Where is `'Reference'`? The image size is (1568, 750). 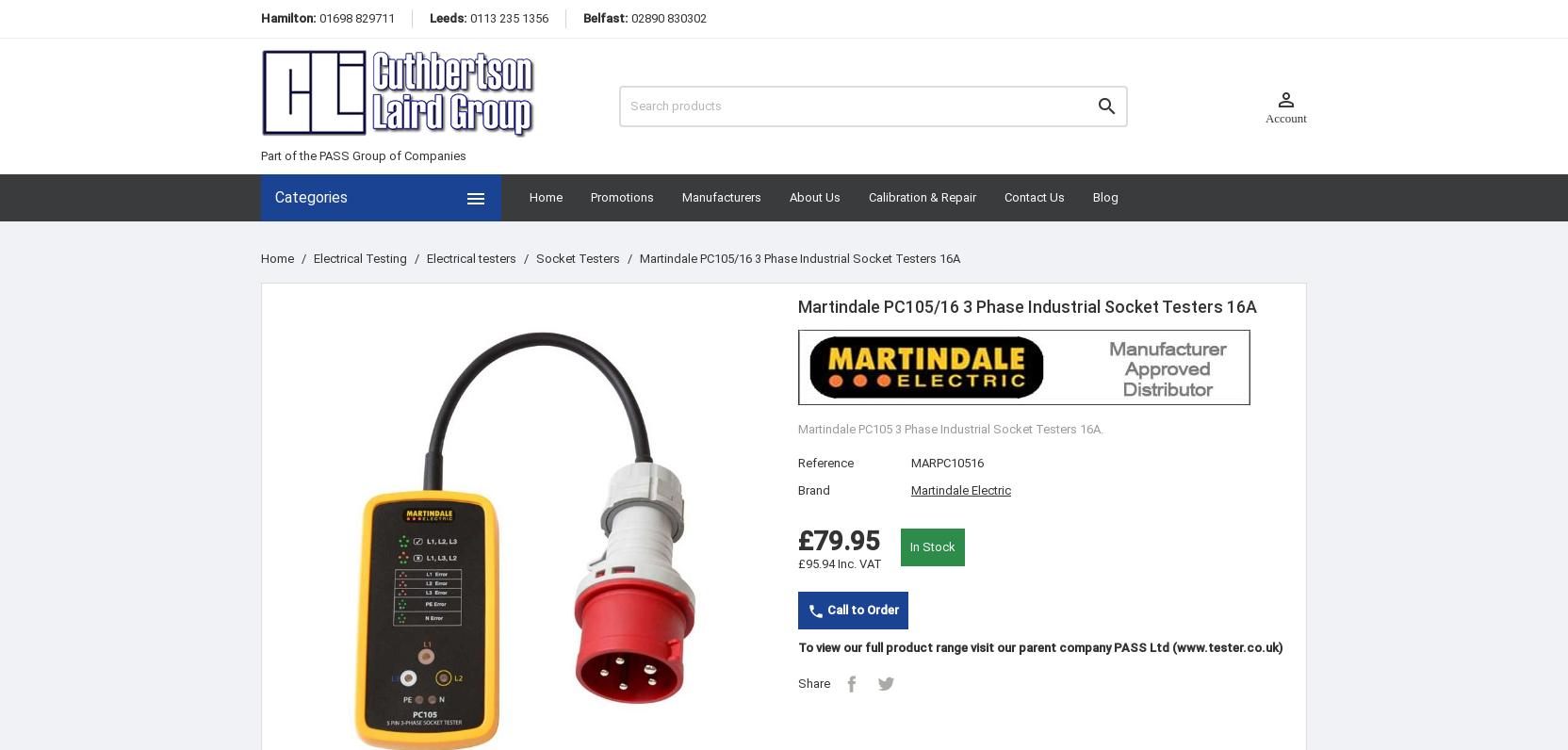
'Reference' is located at coordinates (796, 461).